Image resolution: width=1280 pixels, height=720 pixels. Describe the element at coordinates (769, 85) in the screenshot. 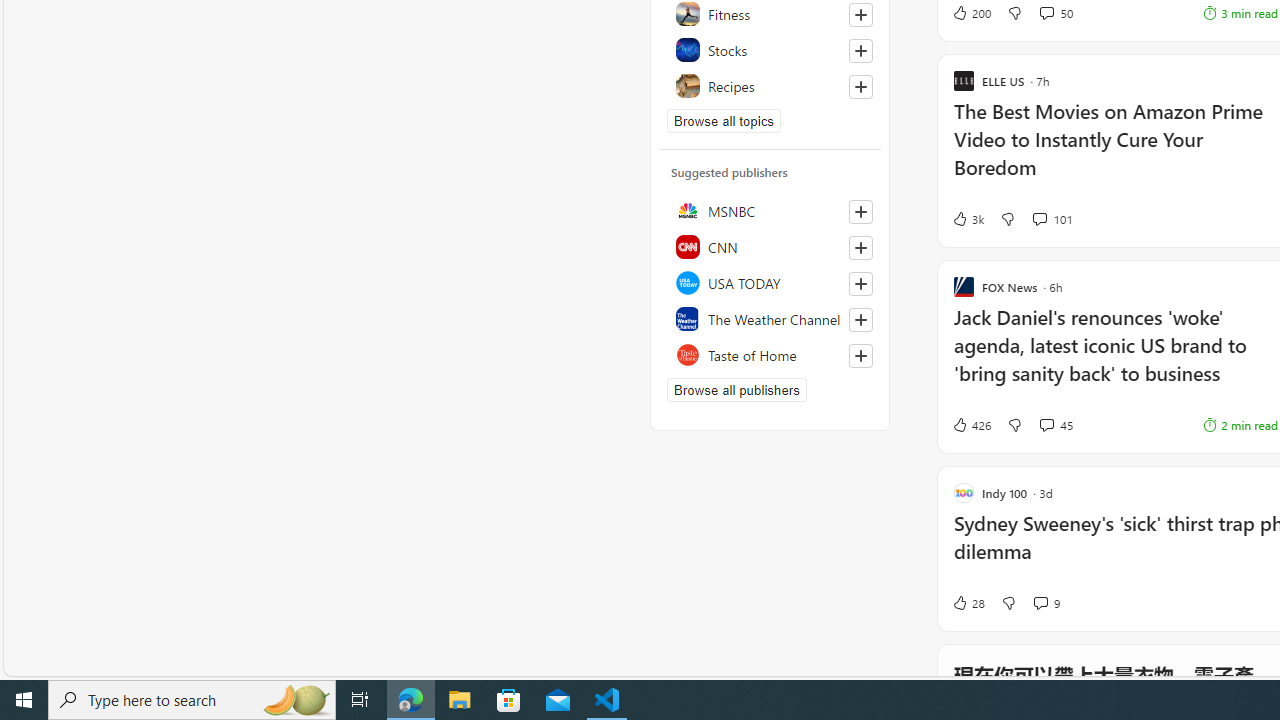

I see `'Recipes'` at that location.